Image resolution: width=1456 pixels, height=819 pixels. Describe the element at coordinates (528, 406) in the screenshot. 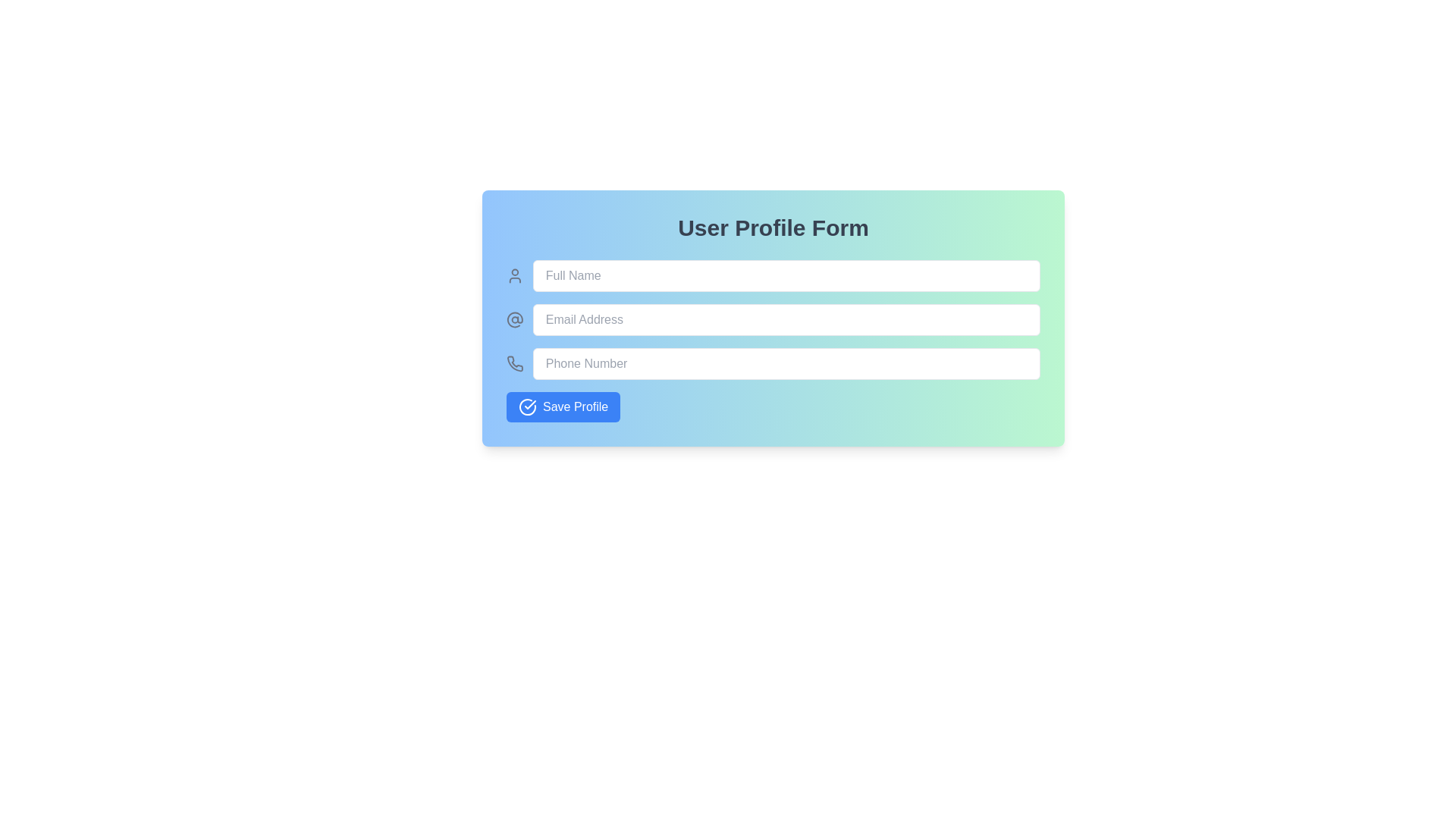

I see `the 'Save Profile' button which contains the Vector icon indicating a successful action` at that location.